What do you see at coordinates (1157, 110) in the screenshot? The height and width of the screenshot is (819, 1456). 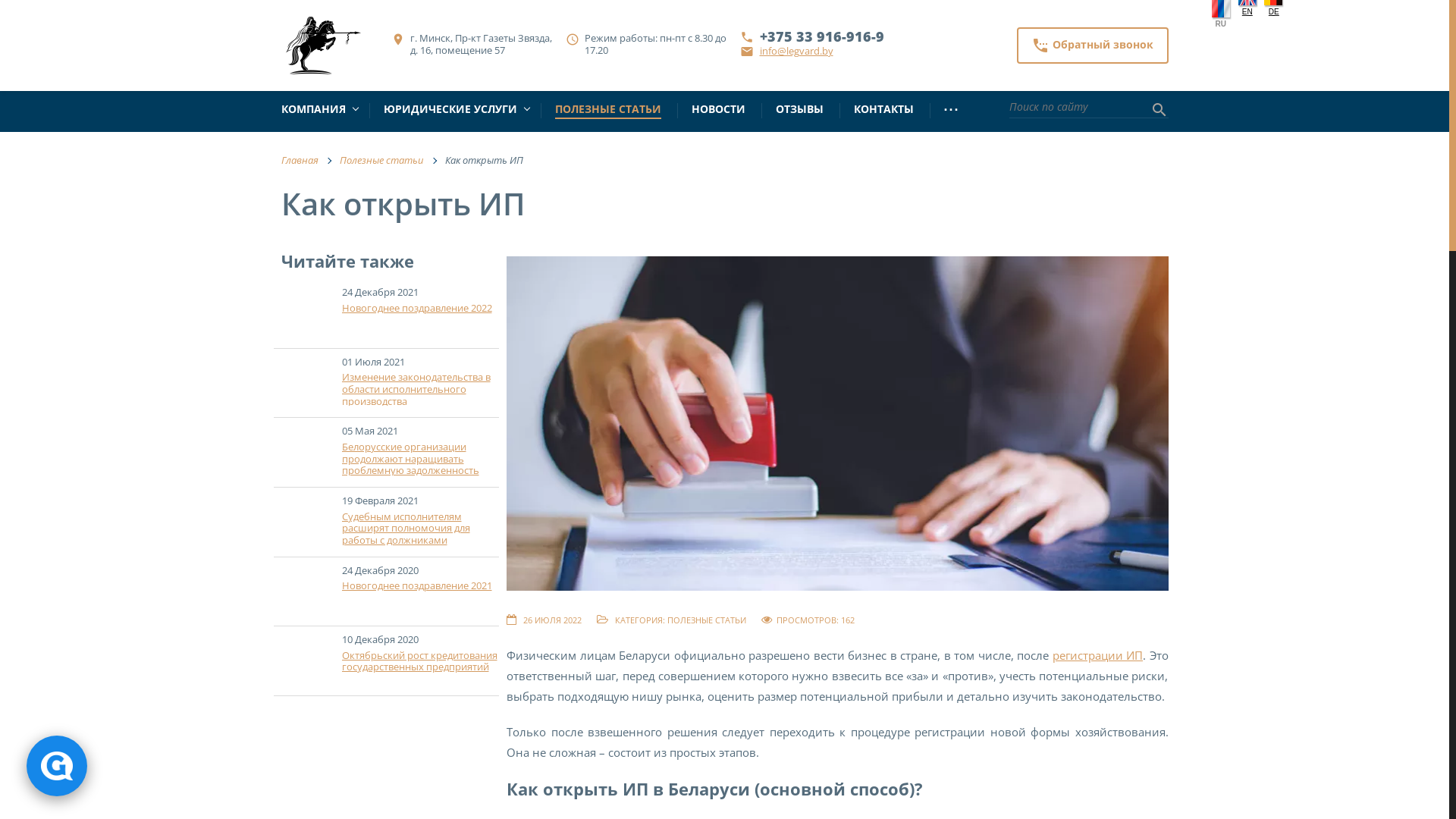 I see `'search'` at bounding box center [1157, 110].